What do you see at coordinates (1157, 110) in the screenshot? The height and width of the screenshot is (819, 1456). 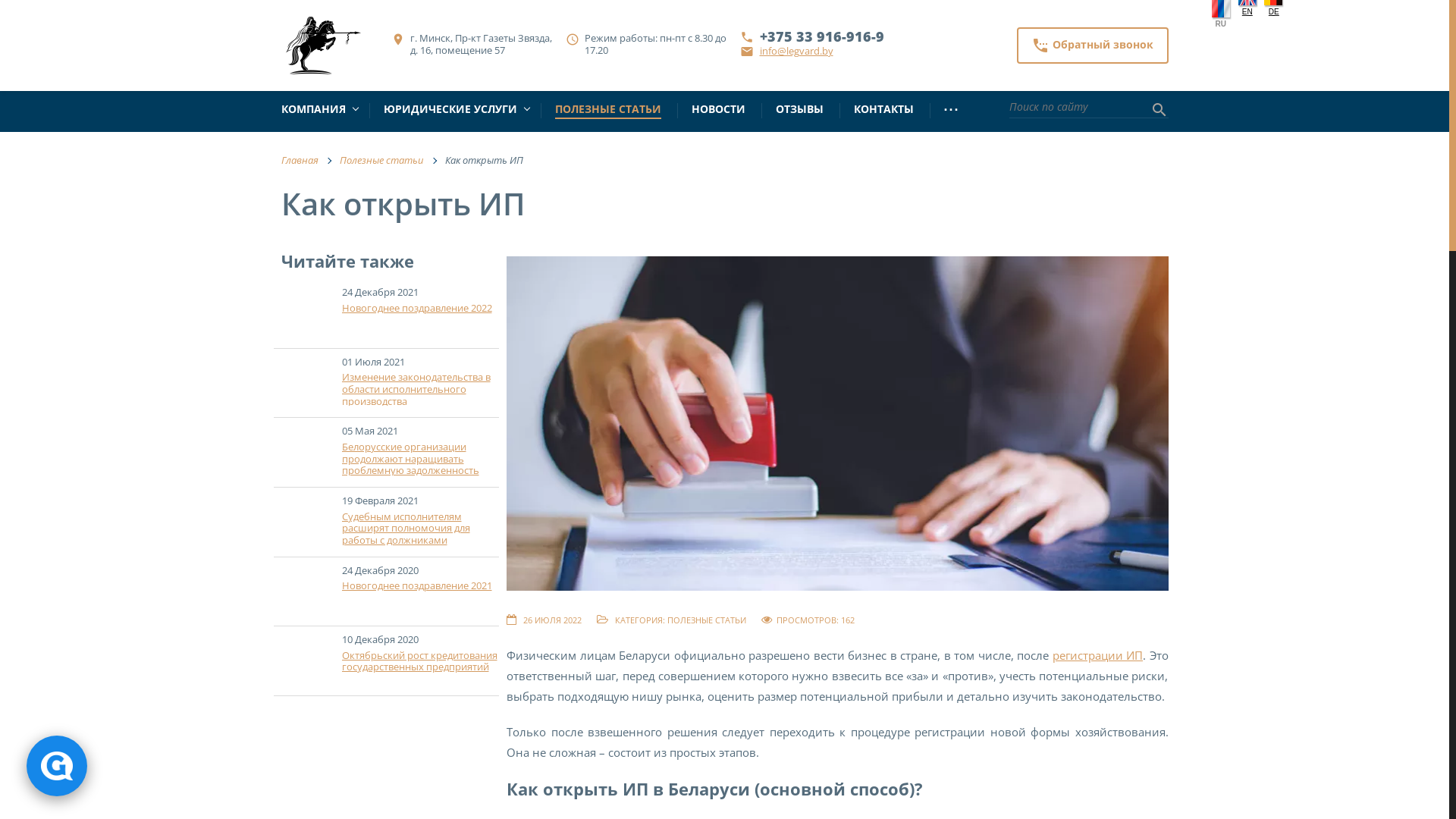 I see `'search'` at bounding box center [1157, 110].